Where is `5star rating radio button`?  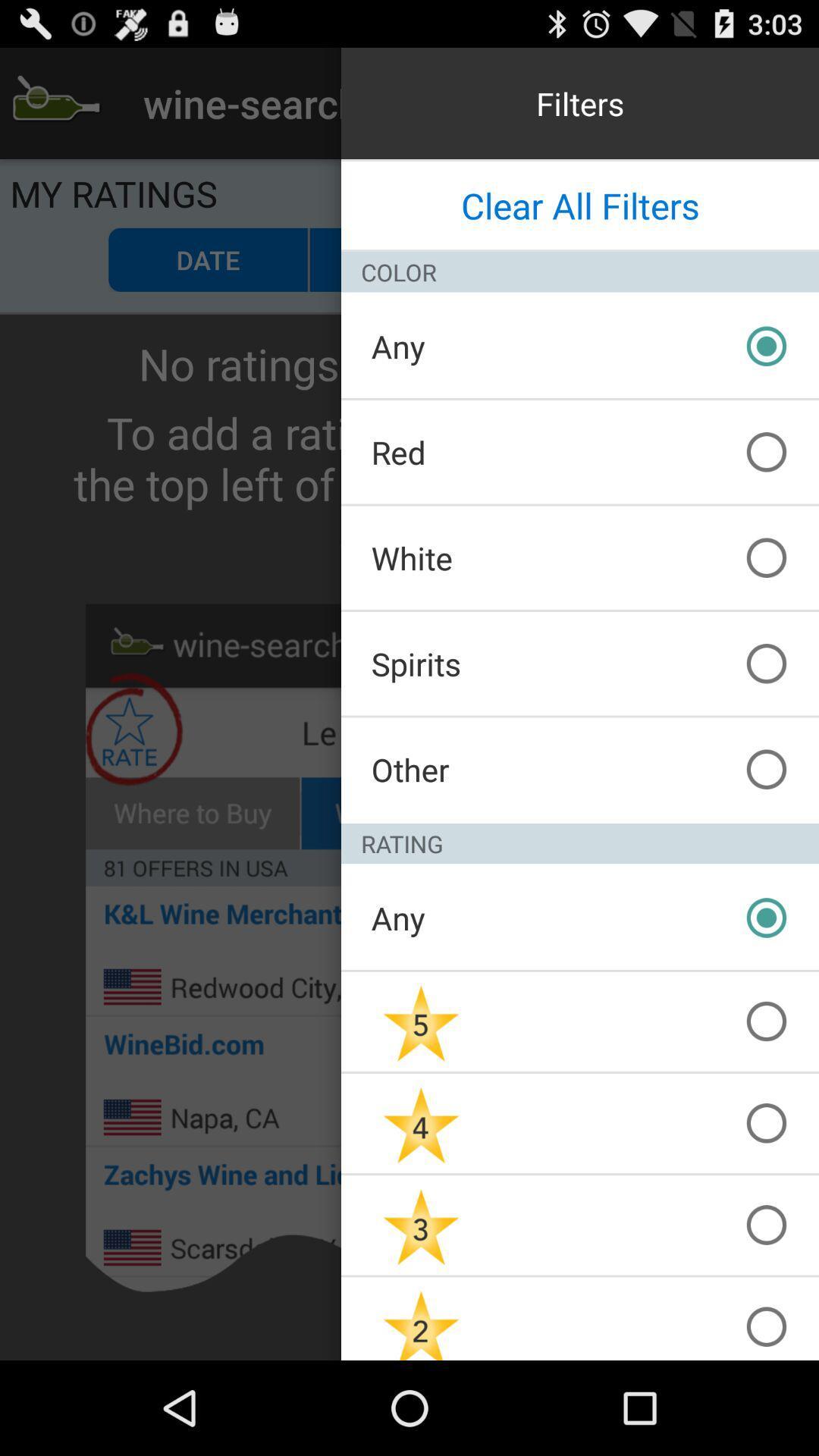
5star rating radio button is located at coordinates (421, 1021).